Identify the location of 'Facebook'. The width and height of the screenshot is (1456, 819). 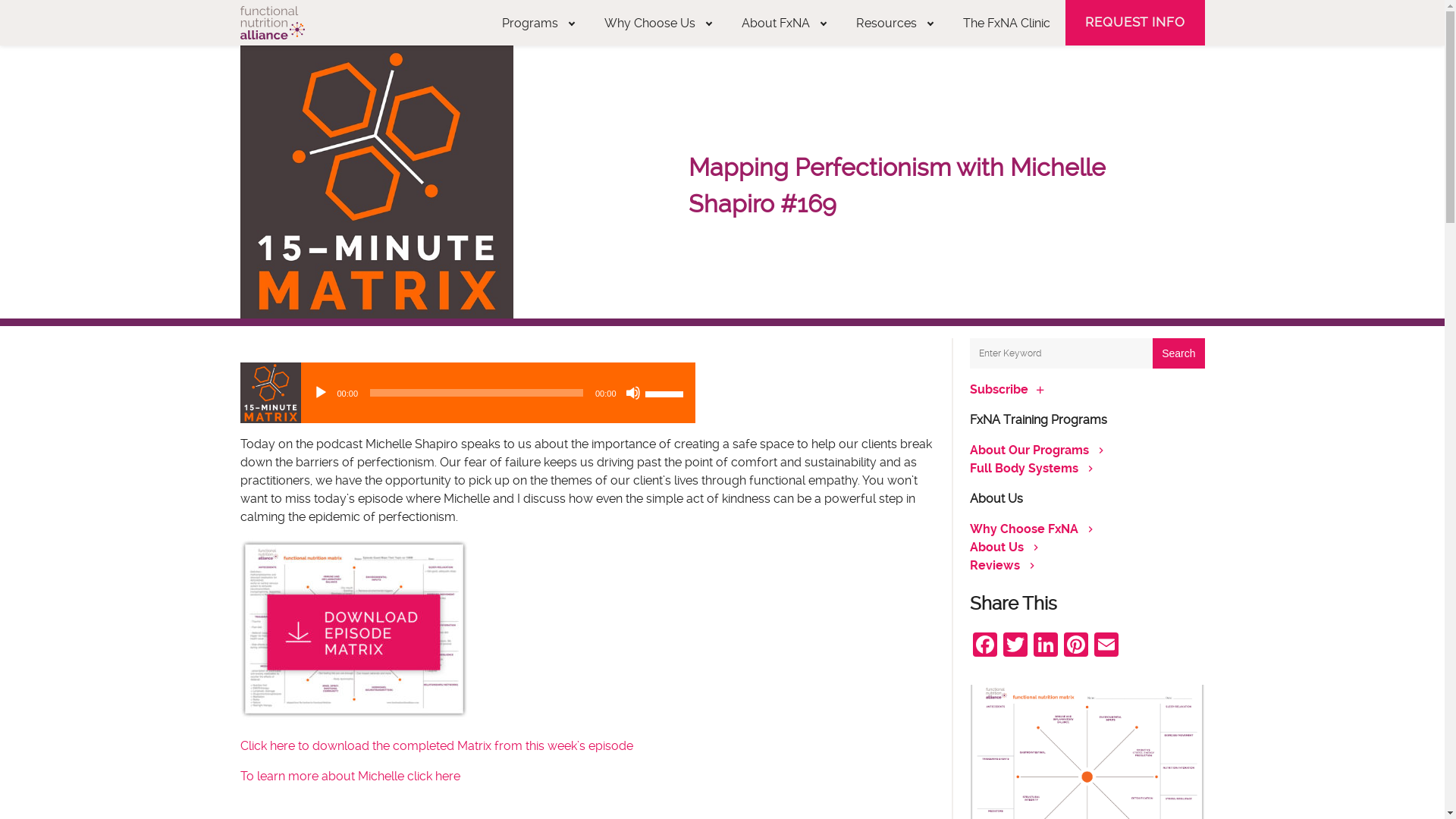
(984, 646).